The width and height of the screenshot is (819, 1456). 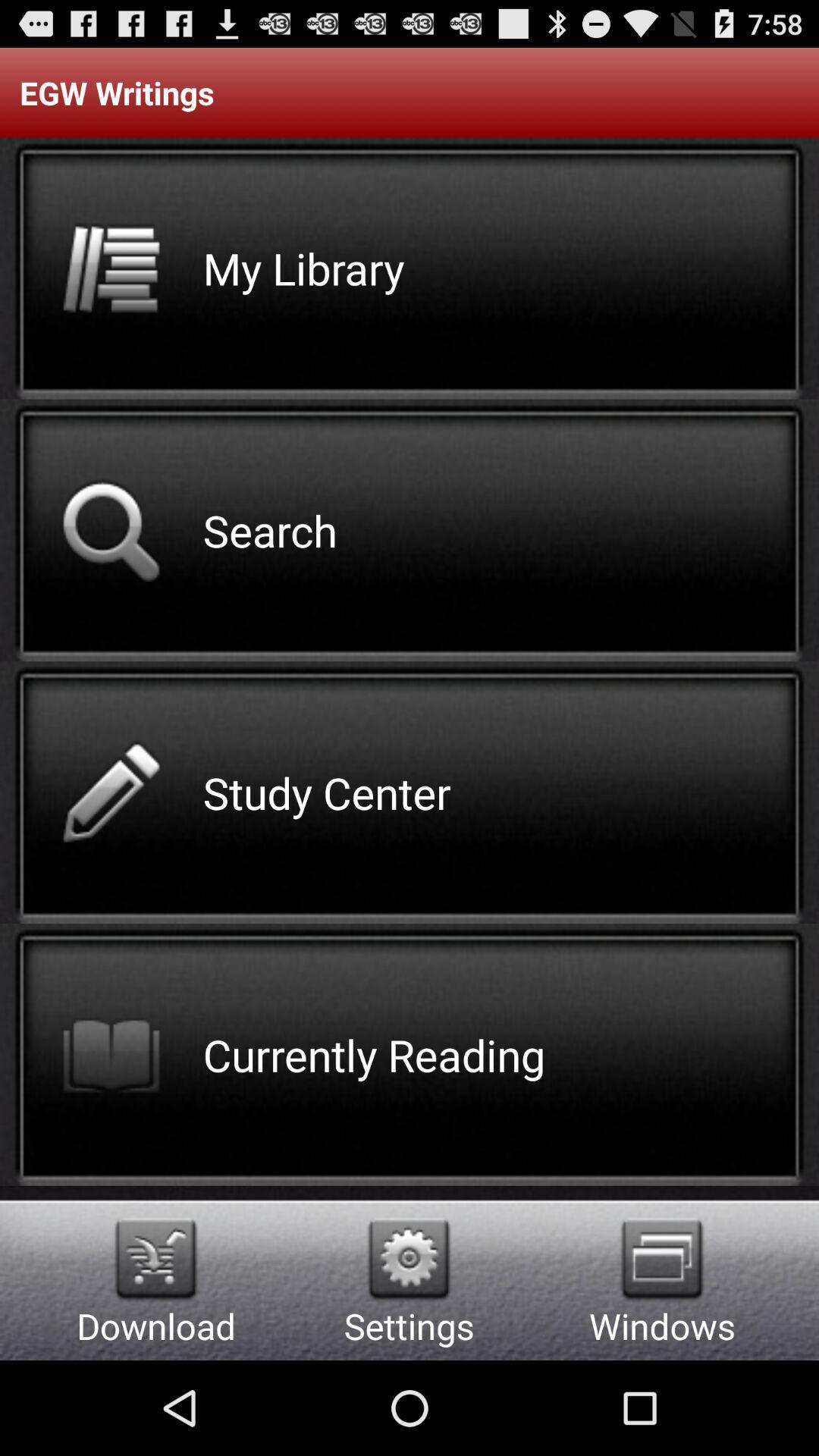 What do you see at coordinates (408, 1259) in the screenshot?
I see `the app next to download icon` at bounding box center [408, 1259].